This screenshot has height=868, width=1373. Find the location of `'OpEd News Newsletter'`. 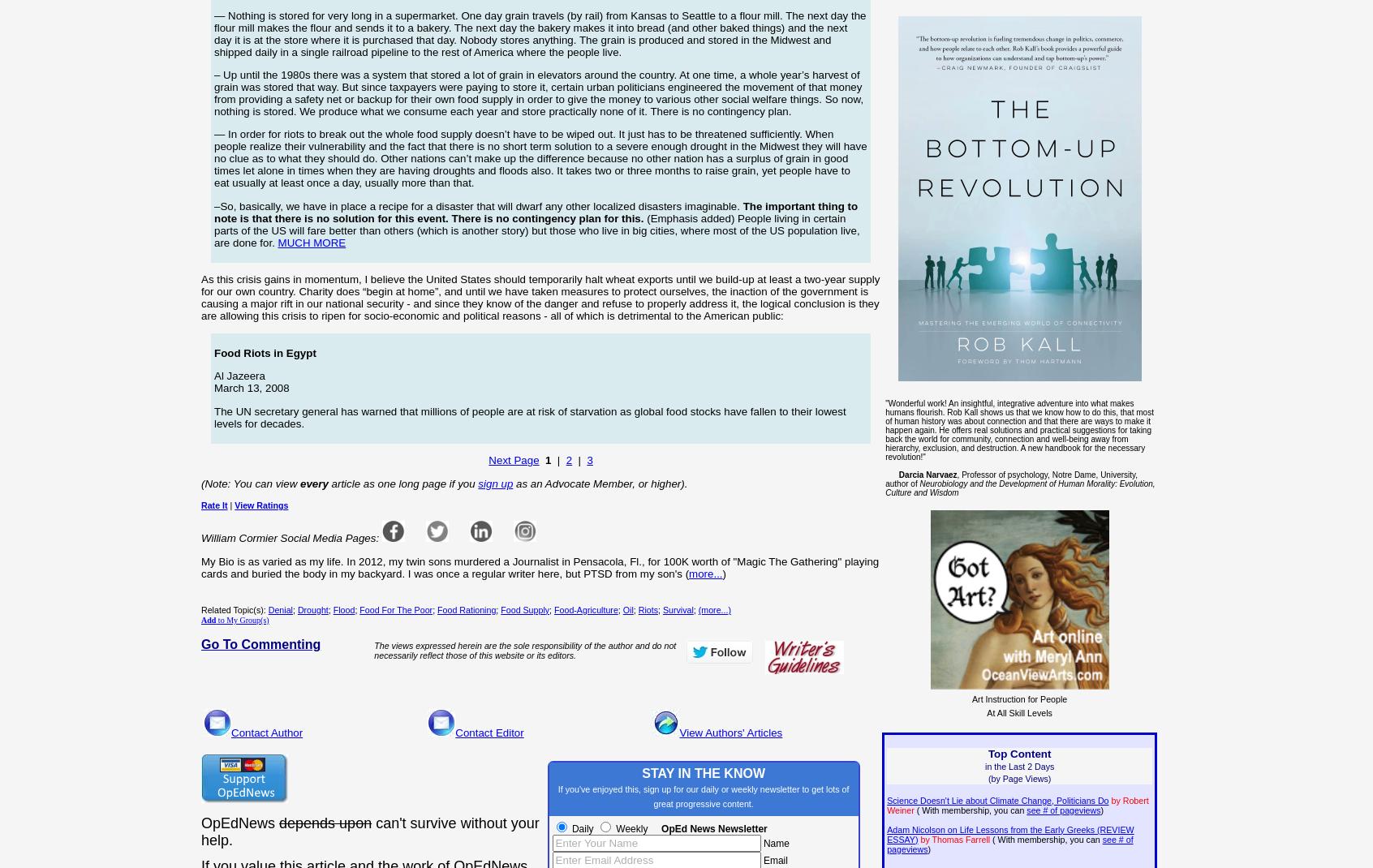

'OpEd News Newsletter' is located at coordinates (661, 828).